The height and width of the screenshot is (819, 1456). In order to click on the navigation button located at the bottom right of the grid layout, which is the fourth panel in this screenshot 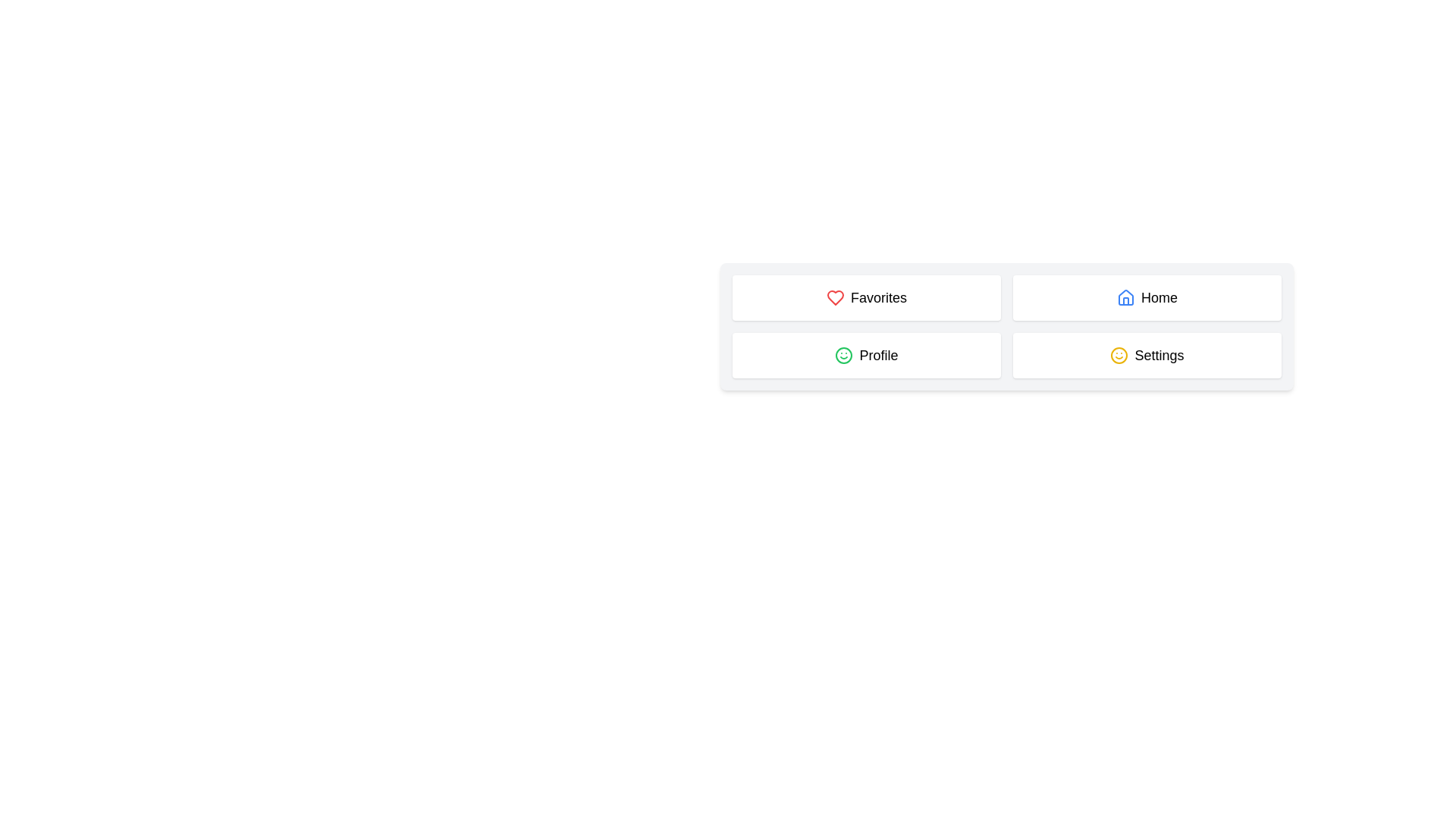, I will do `click(1147, 356)`.